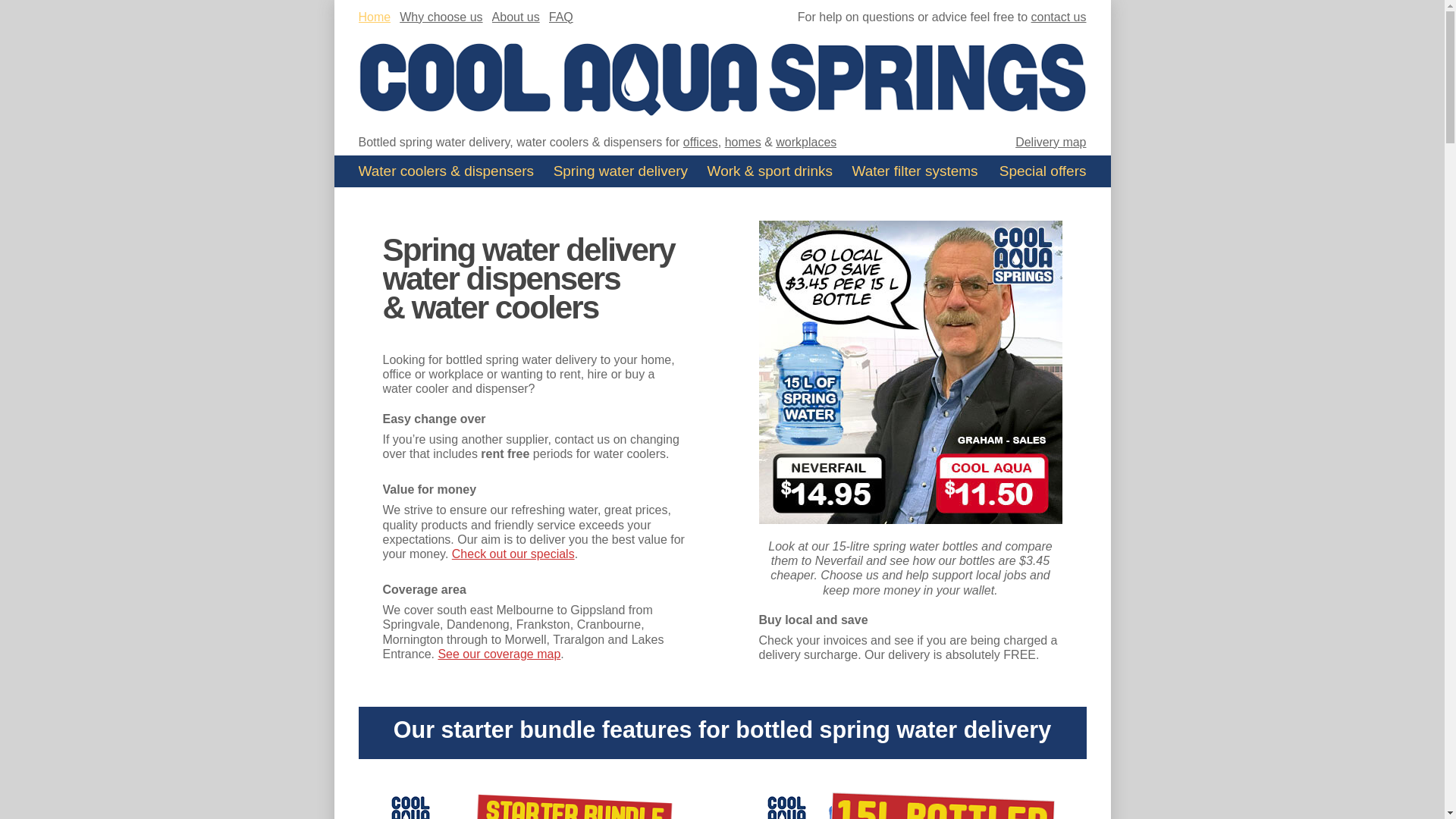 The image size is (1456, 819). What do you see at coordinates (700, 141) in the screenshot?
I see `'offices'` at bounding box center [700, 141].